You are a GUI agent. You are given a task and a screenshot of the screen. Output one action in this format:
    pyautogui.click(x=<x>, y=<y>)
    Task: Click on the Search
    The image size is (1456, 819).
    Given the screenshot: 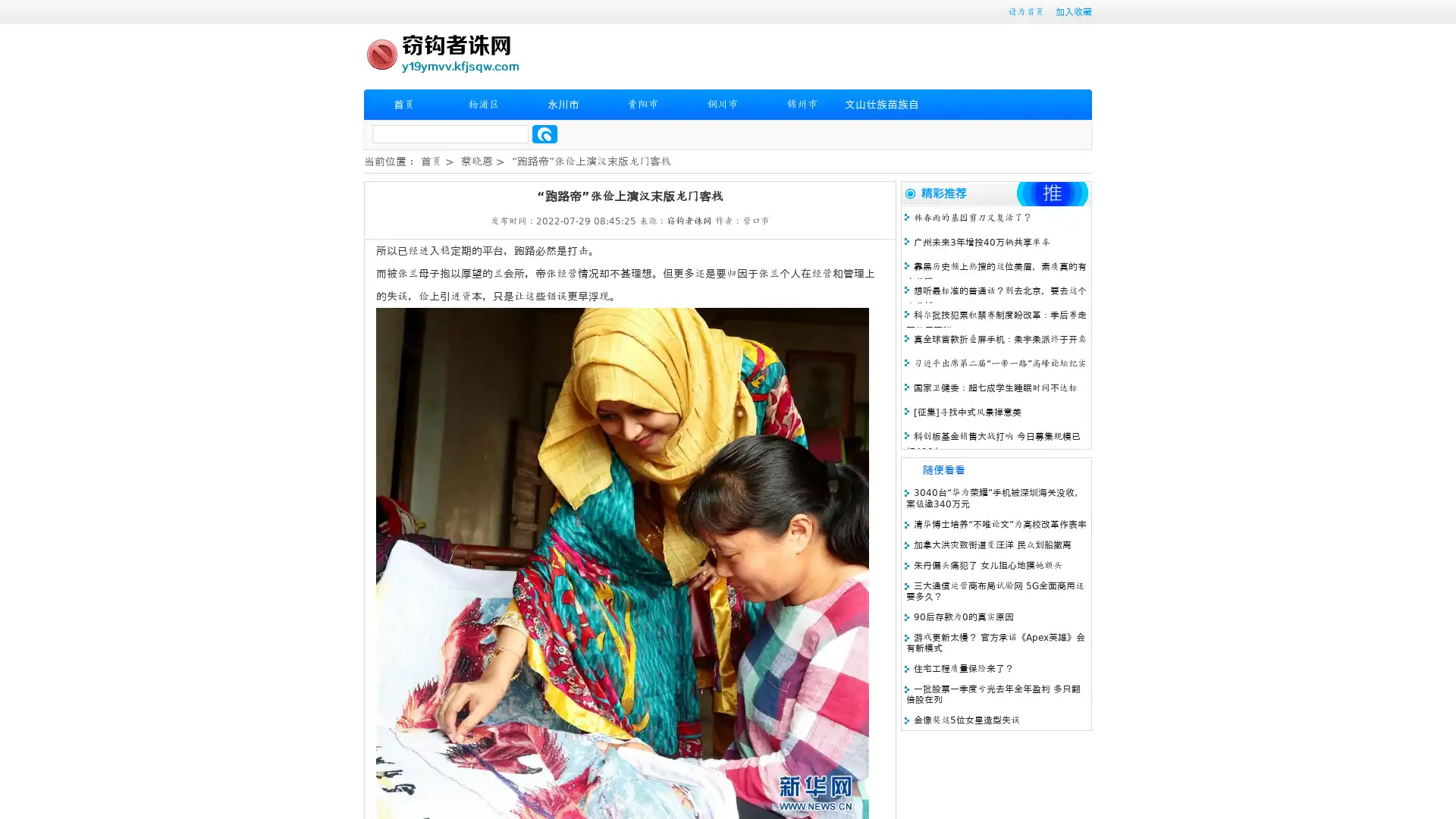 What is the action you would take?
    pyautogui.click(x=544, y=133)
    